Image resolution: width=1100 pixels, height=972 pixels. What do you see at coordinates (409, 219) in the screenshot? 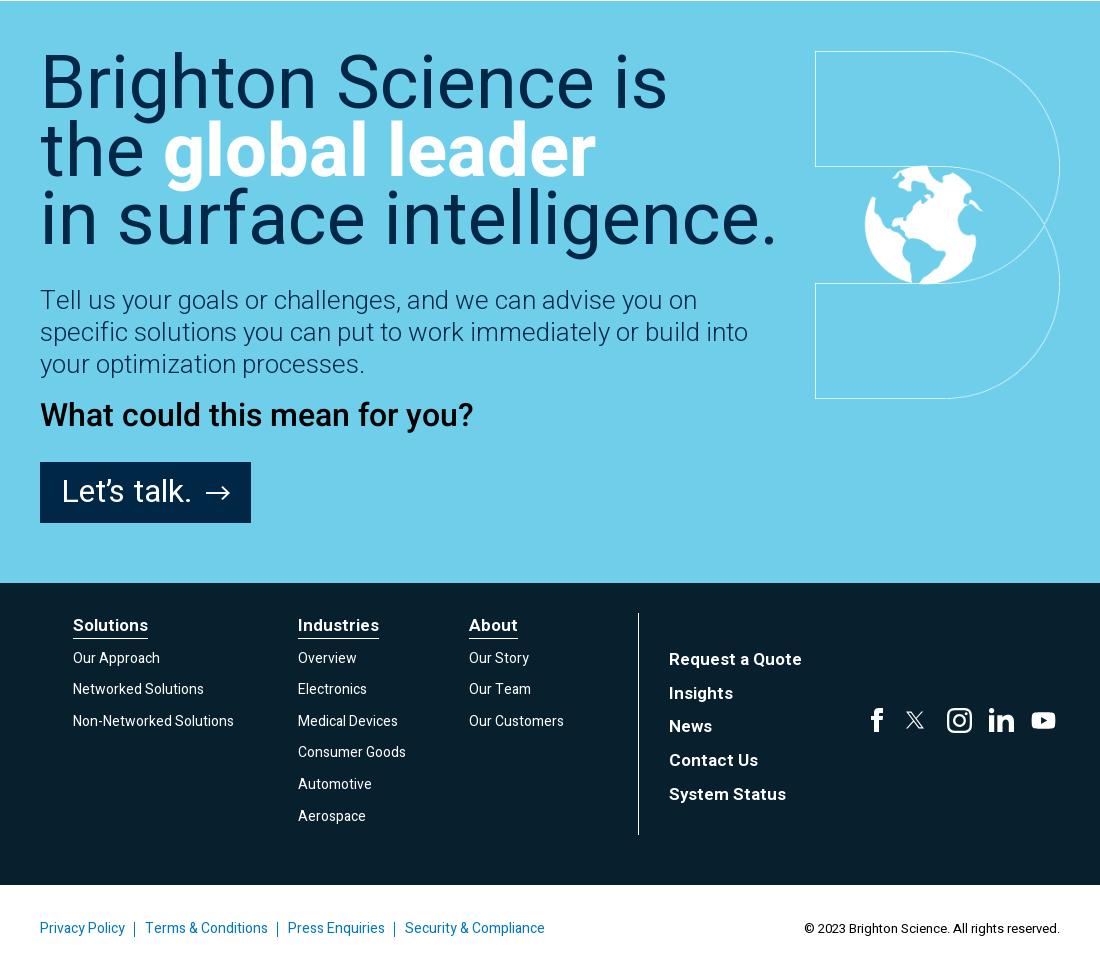
I see `'in surface intelligence.'` at bounding box center [409, 219].